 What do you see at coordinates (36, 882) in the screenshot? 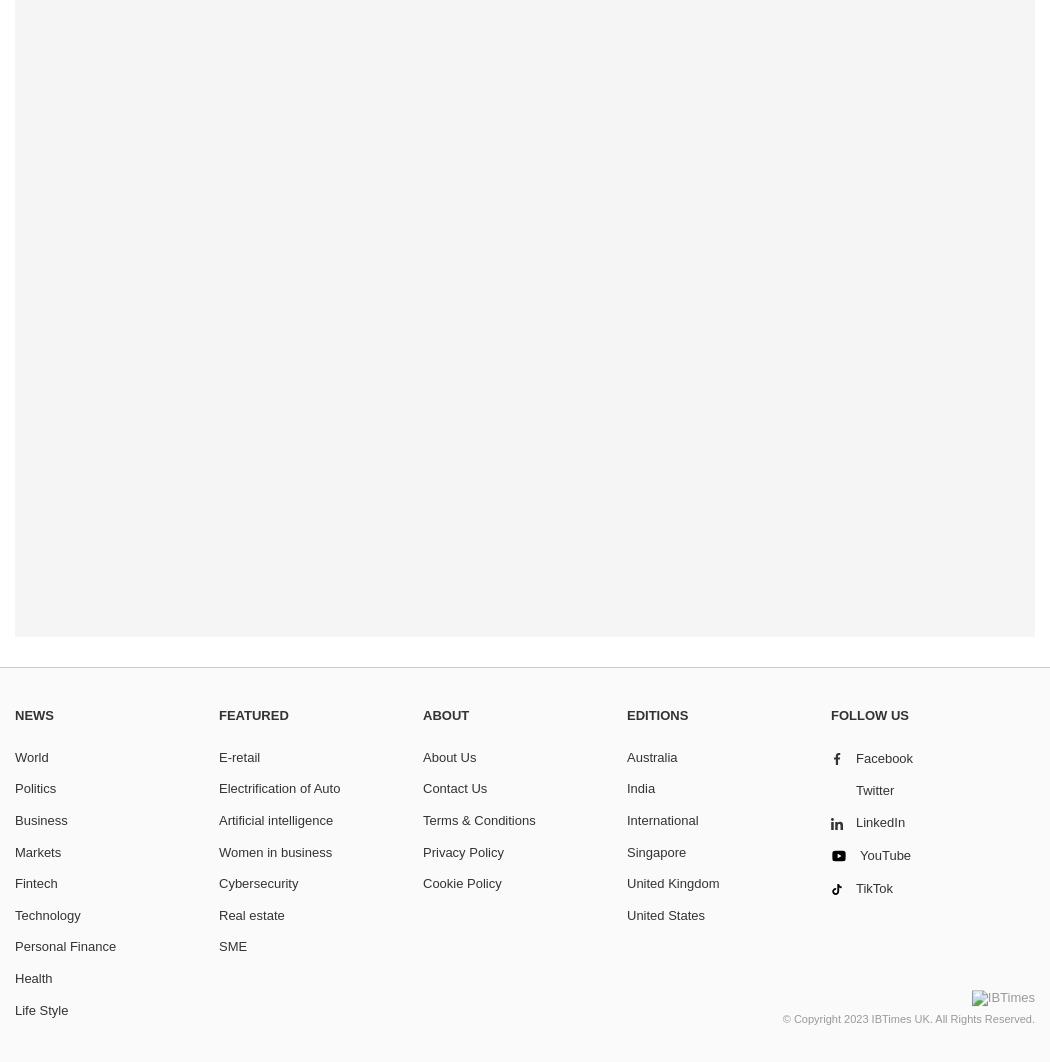
I see `'Fintech'` at bounding box center [36, 882].